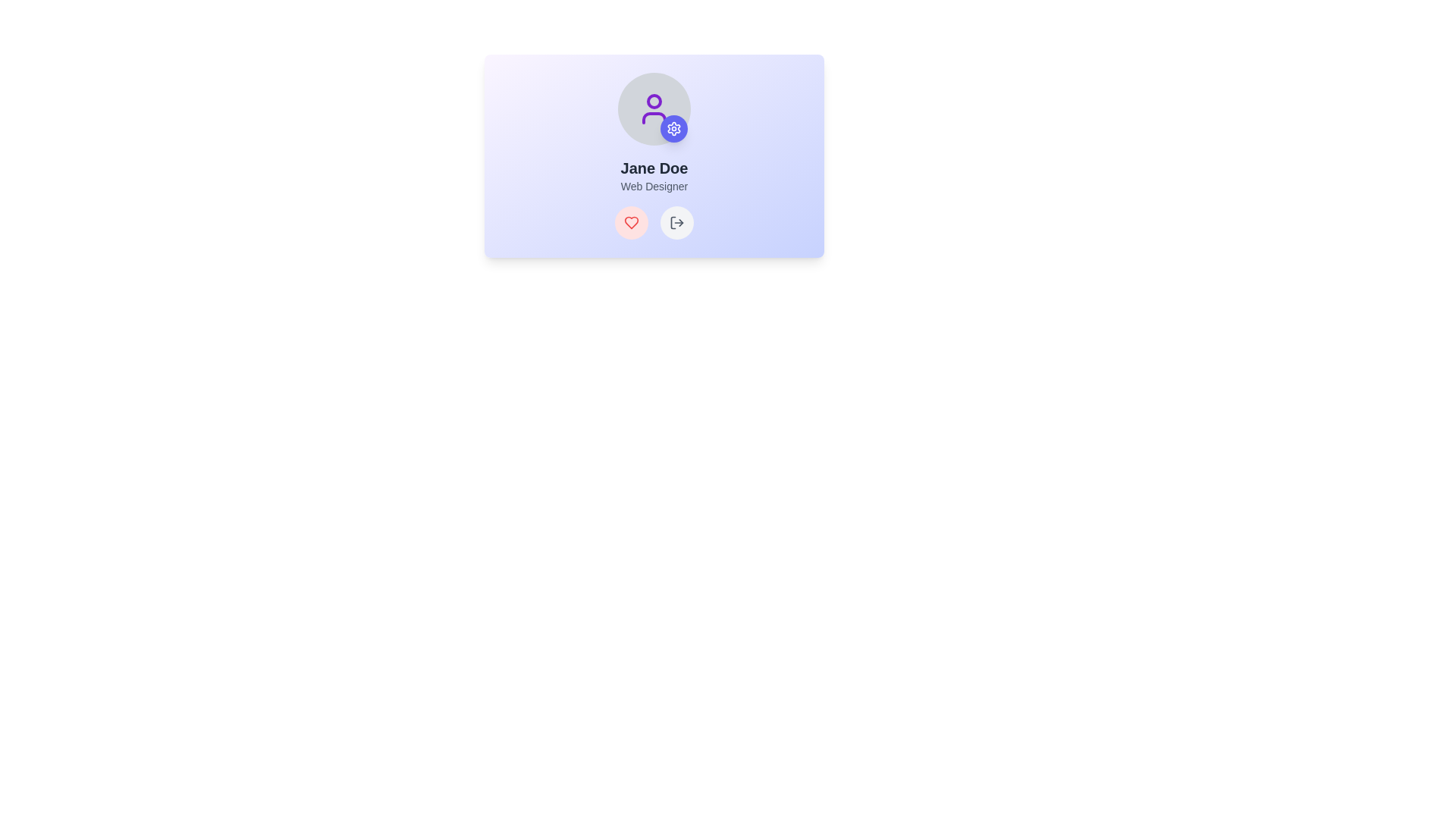 The image size is (1456, 819). What do you see at coordinates (673, 127) in the screenshot?
I see `the gear icon, which is styled in white with a line-art representation and located at the bottom-right corner of a card component` at bounding box center [673, 127].